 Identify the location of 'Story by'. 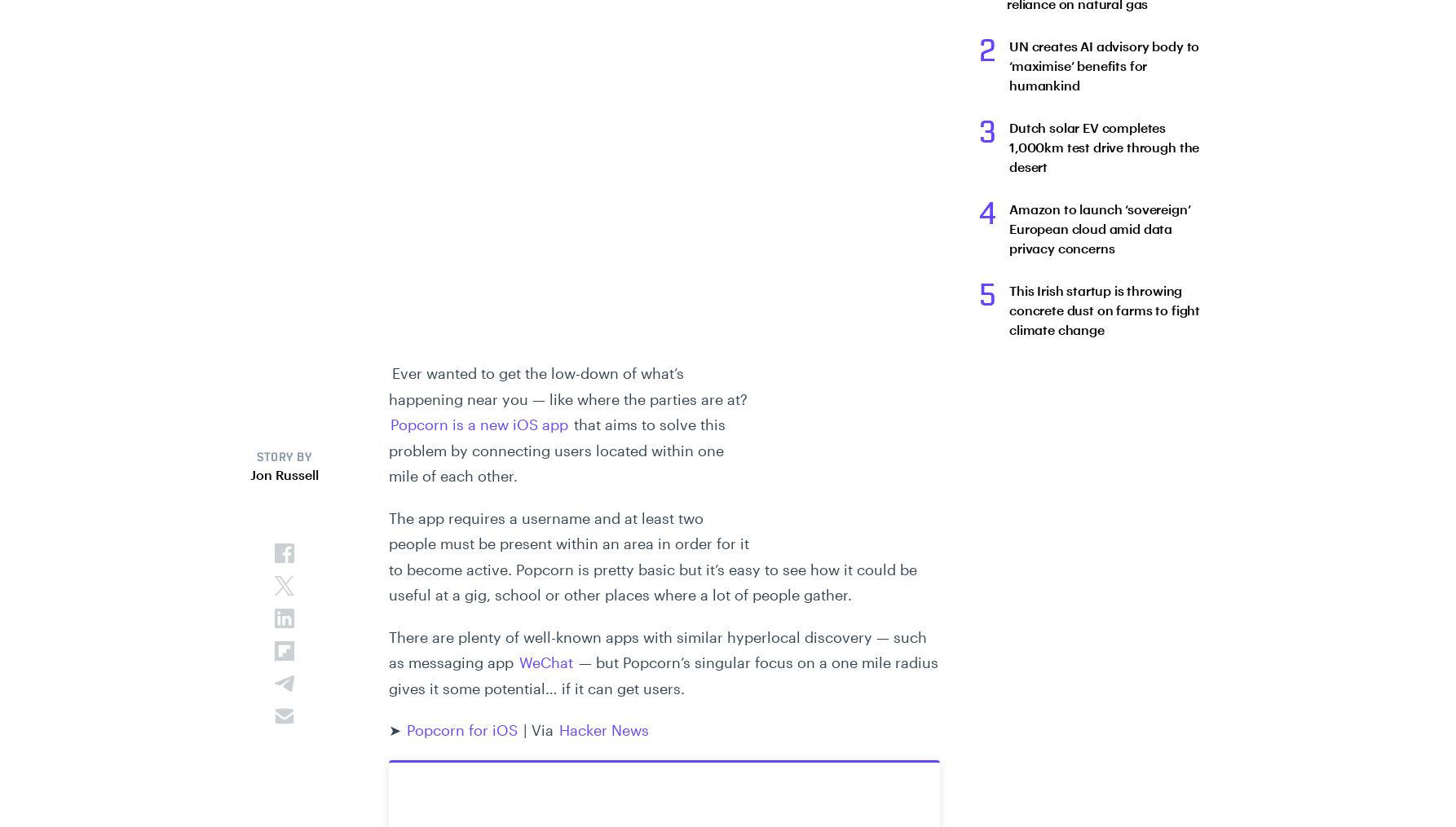
(284, 458).